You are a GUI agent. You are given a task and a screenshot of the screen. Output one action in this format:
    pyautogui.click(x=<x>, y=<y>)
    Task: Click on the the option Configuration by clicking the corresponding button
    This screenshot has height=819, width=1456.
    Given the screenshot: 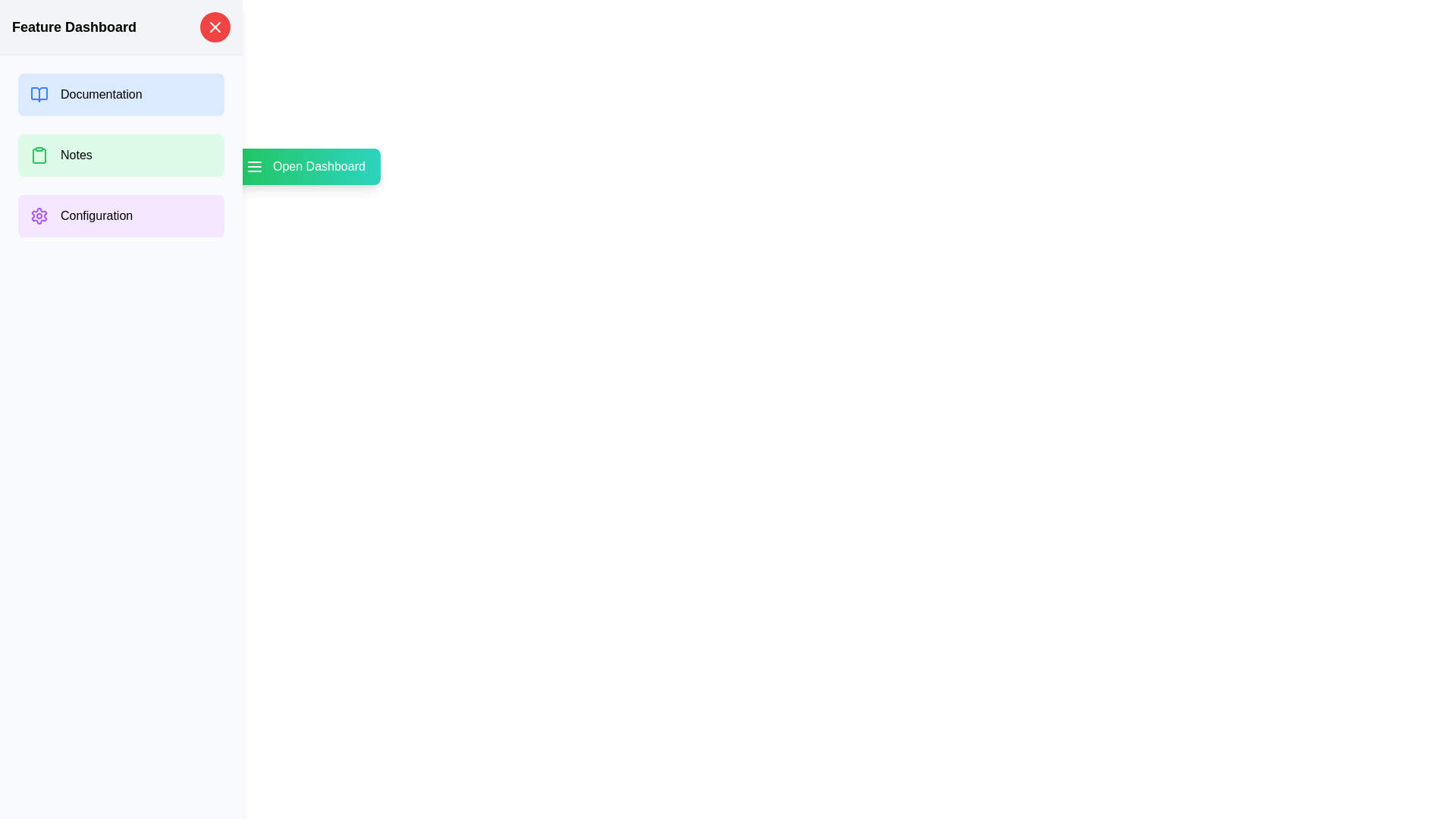 What is the action you would take?
    pyautogui.click(x=120, y=216)
    